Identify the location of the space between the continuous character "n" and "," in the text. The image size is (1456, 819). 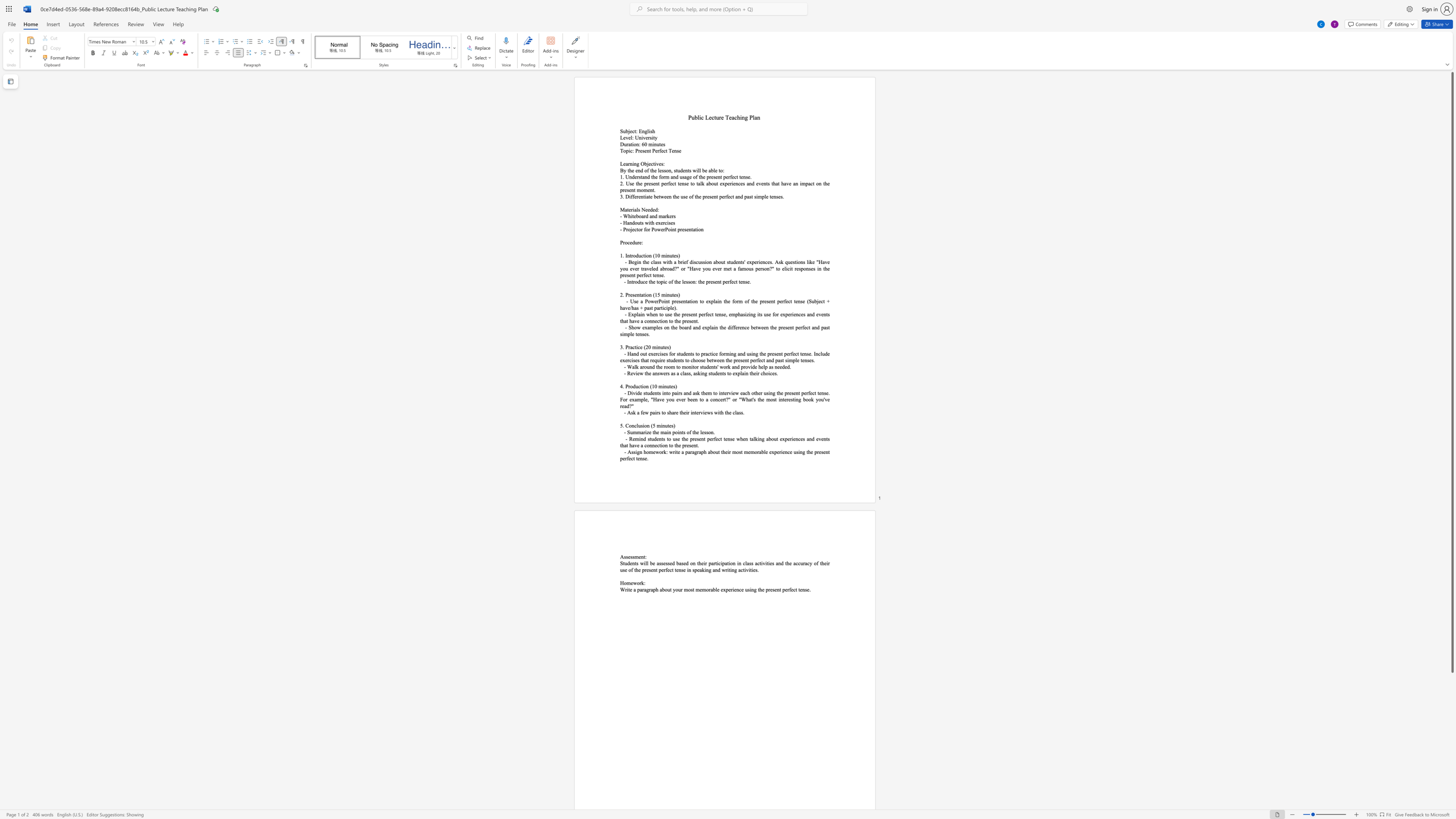
(671, 170).